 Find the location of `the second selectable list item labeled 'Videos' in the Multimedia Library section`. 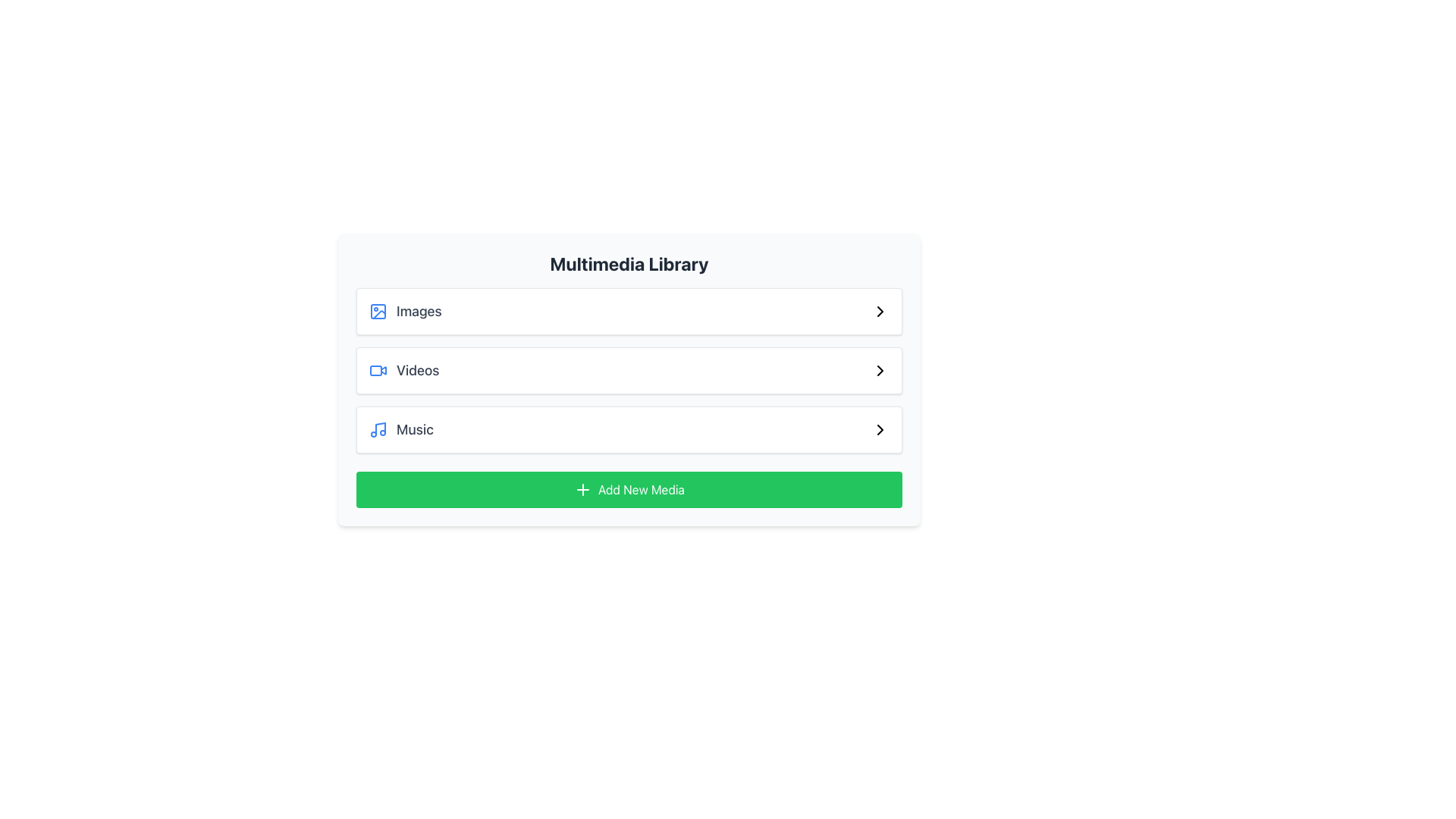

the second selectable list item labeled 'Videos' in the Multimedia Library section is located at coordinates (629, 371).